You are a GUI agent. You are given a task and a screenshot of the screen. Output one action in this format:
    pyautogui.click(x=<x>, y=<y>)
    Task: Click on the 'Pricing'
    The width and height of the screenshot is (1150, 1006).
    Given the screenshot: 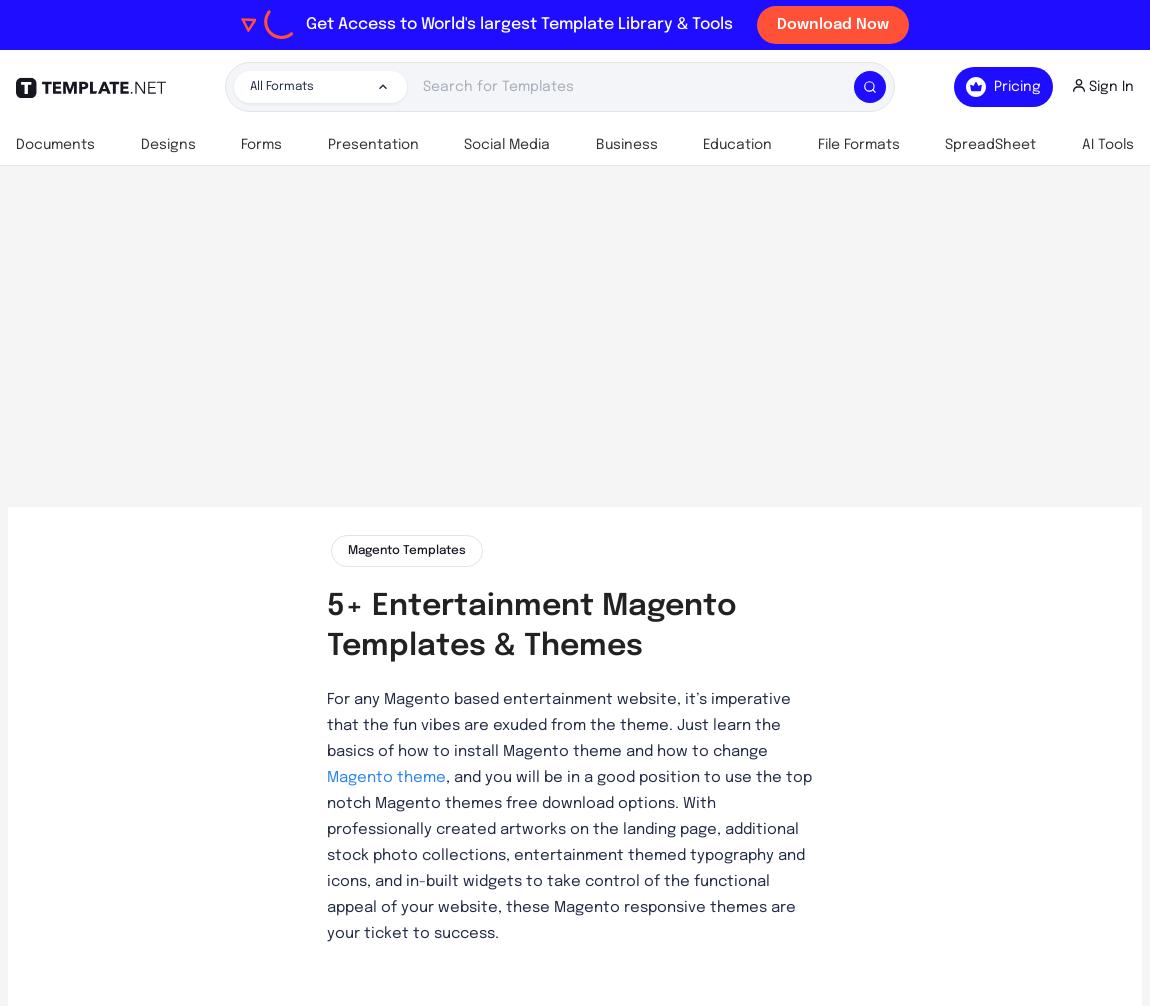 What is the action you would take?
    pyautogui.click(x=1017, y=87)
    